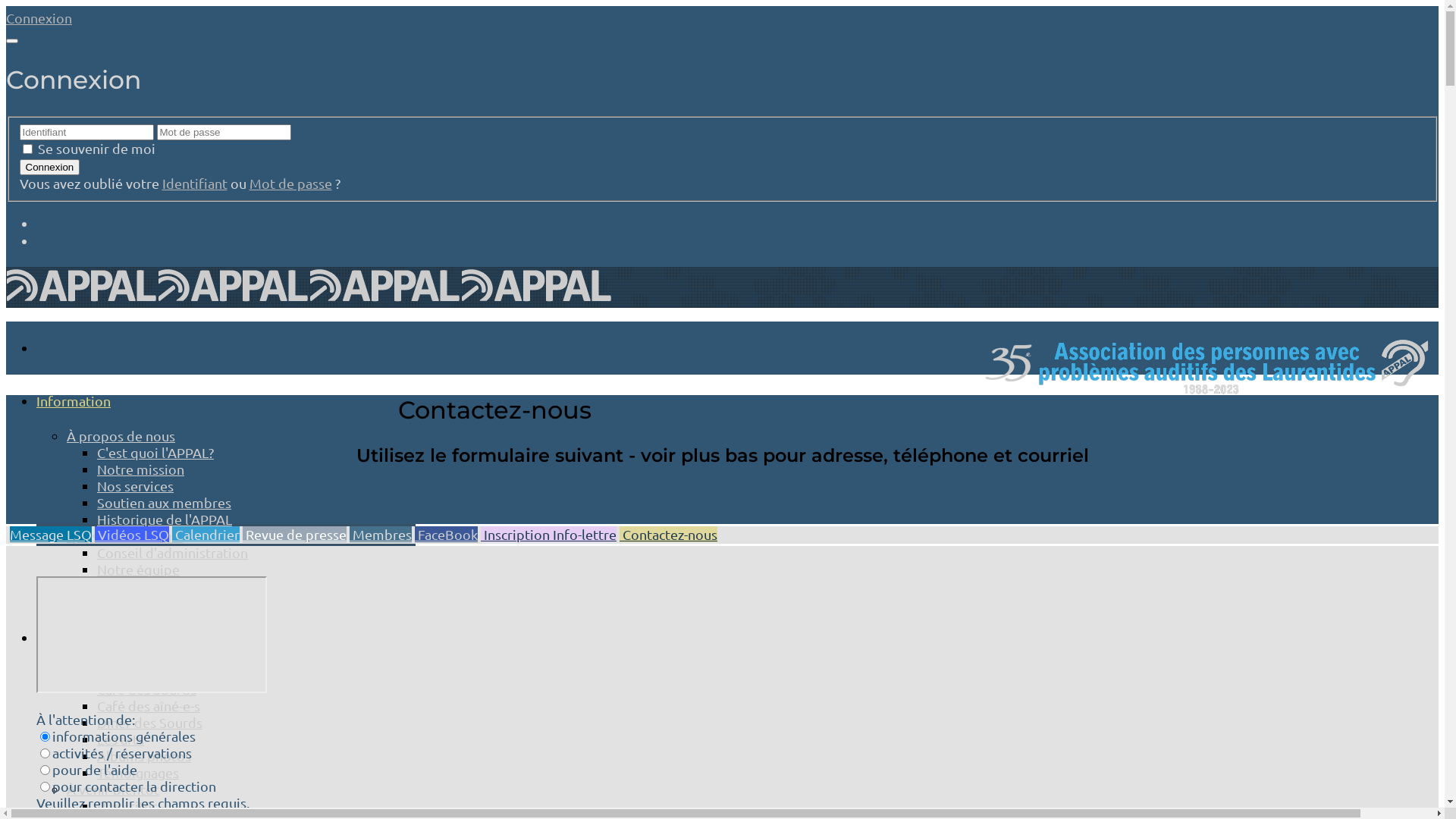 The image size is (1456, 819). I want to click on 'Inscription Info-lettre', so click(548, 533).